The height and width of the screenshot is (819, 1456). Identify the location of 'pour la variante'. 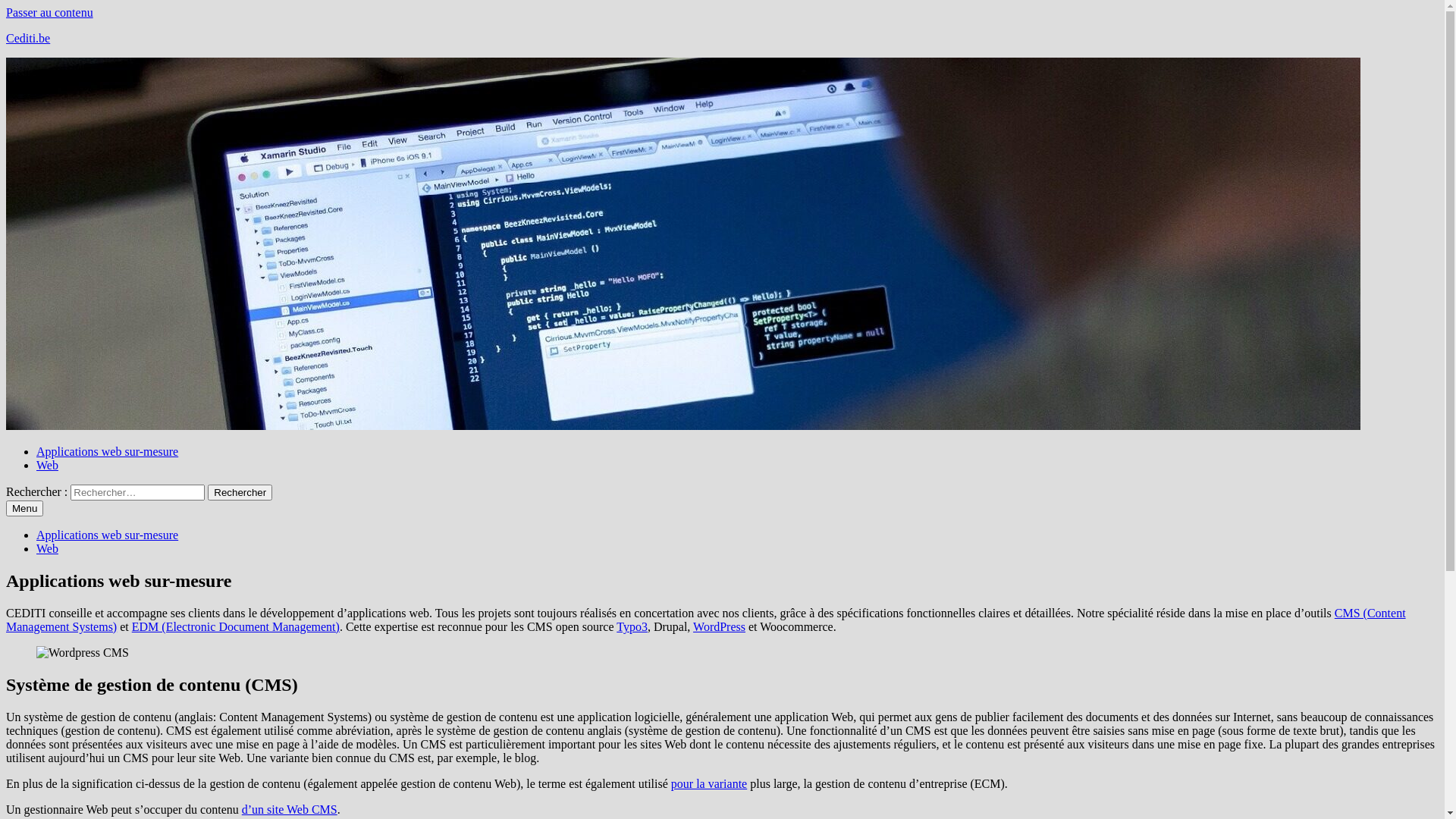
(708, 783).